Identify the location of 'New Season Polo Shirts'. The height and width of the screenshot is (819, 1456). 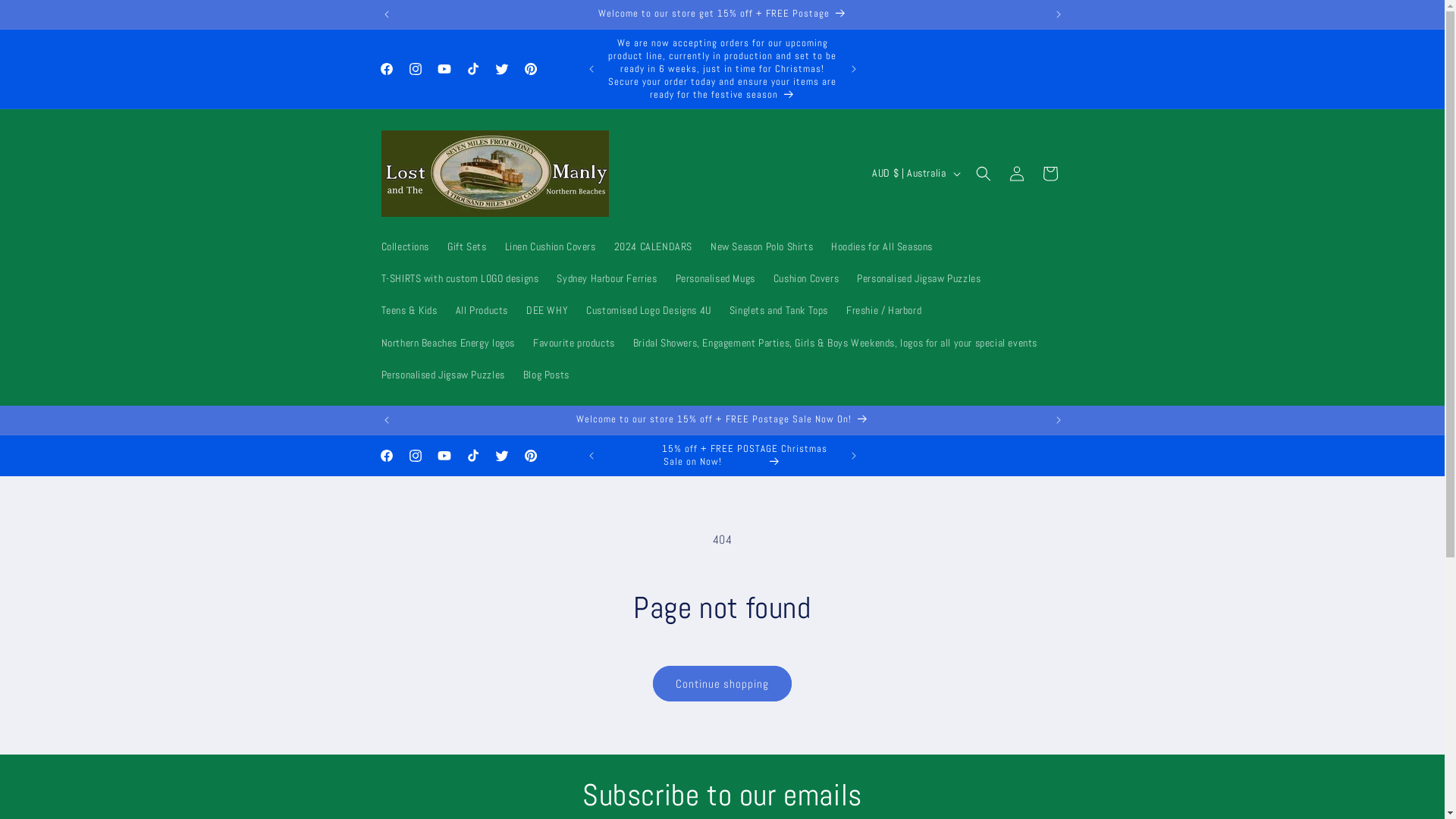
(761, 245).